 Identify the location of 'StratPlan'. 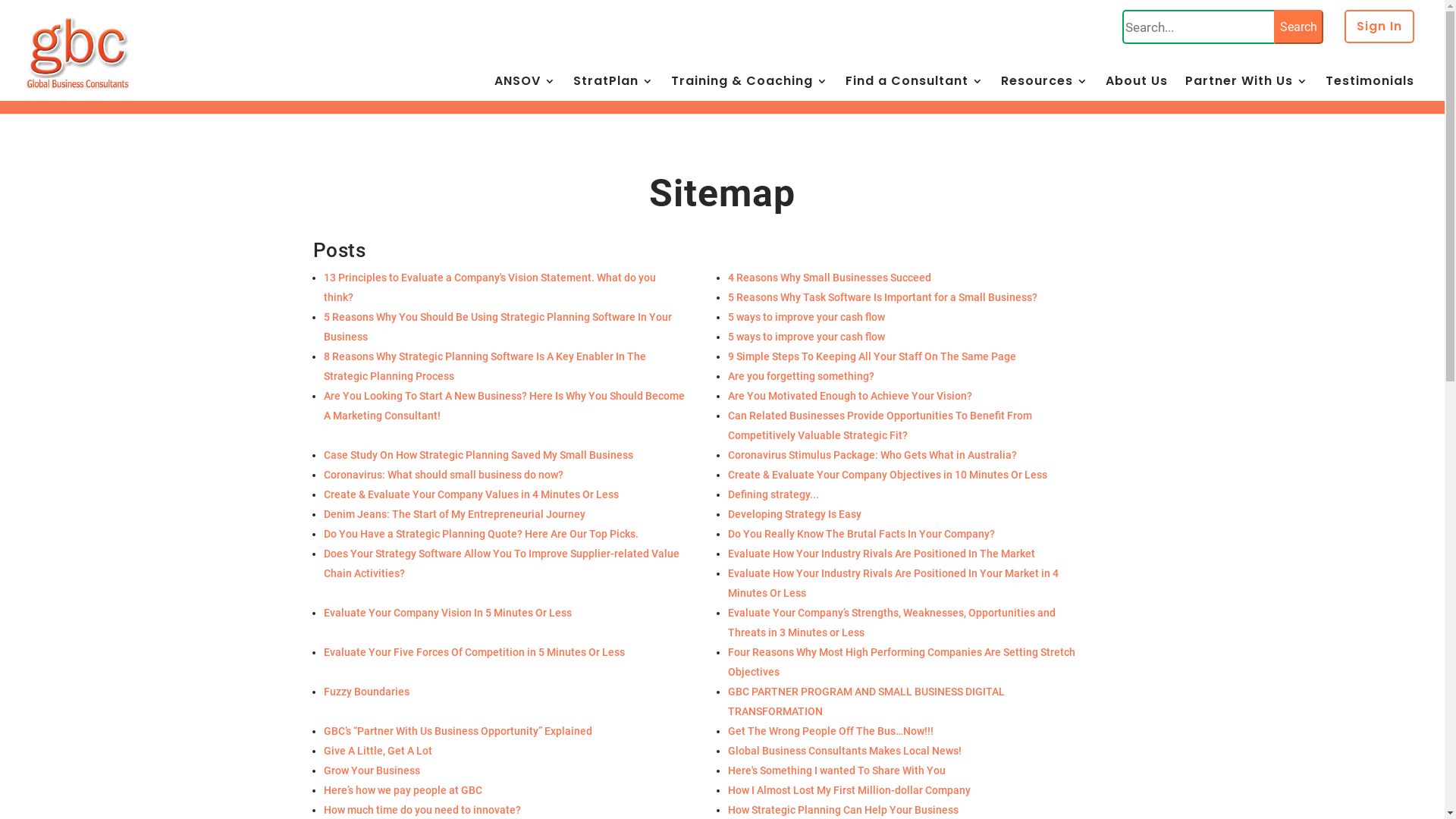
(572, 90).